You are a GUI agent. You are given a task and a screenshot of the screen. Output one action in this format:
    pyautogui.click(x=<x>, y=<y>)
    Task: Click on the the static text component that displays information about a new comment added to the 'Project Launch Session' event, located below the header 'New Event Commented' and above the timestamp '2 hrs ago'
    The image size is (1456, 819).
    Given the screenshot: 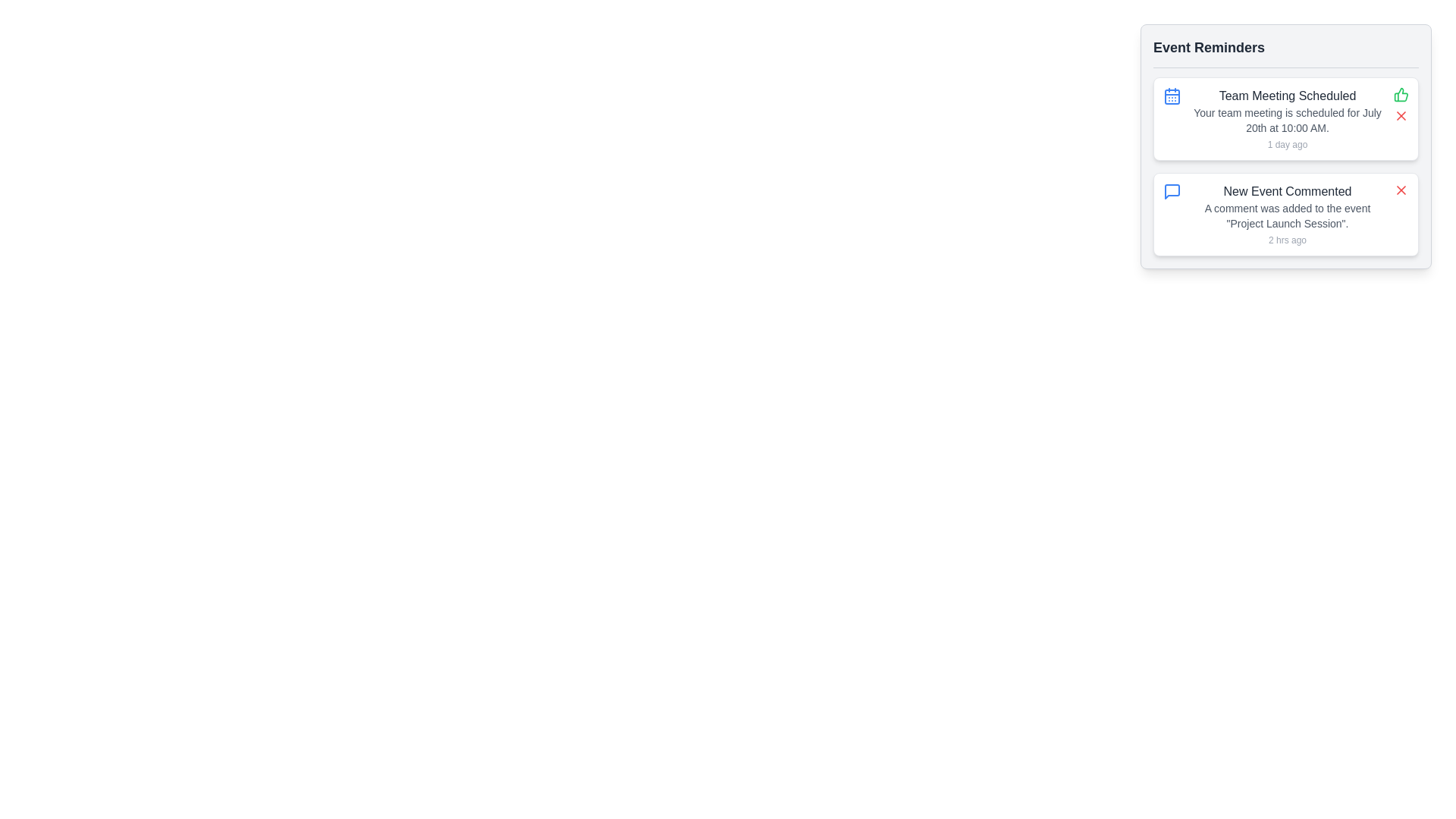 What is the action you would take?
    pyautogui.click(x=1287, y=216)
    